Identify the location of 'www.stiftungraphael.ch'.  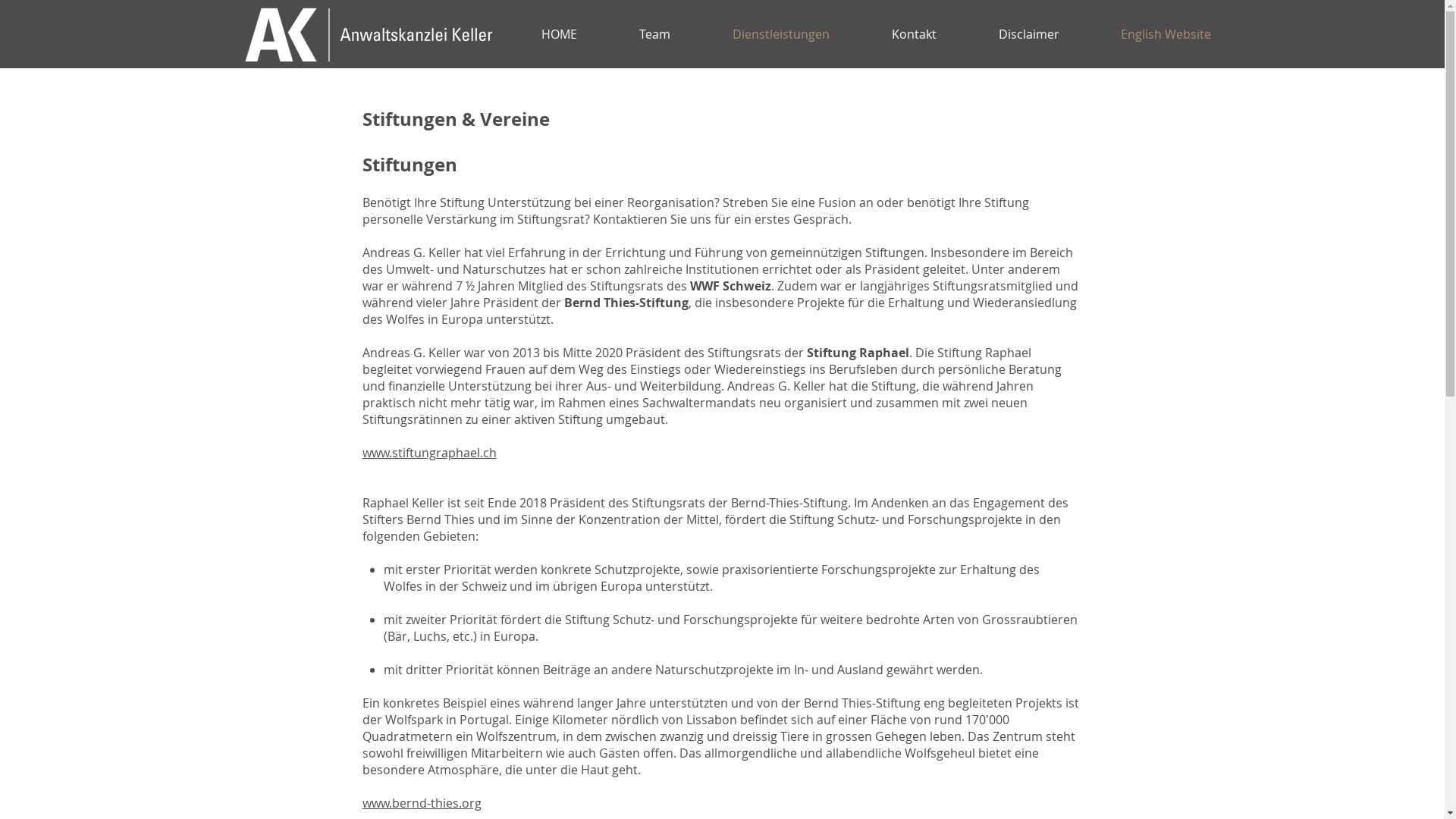
(428, 452).